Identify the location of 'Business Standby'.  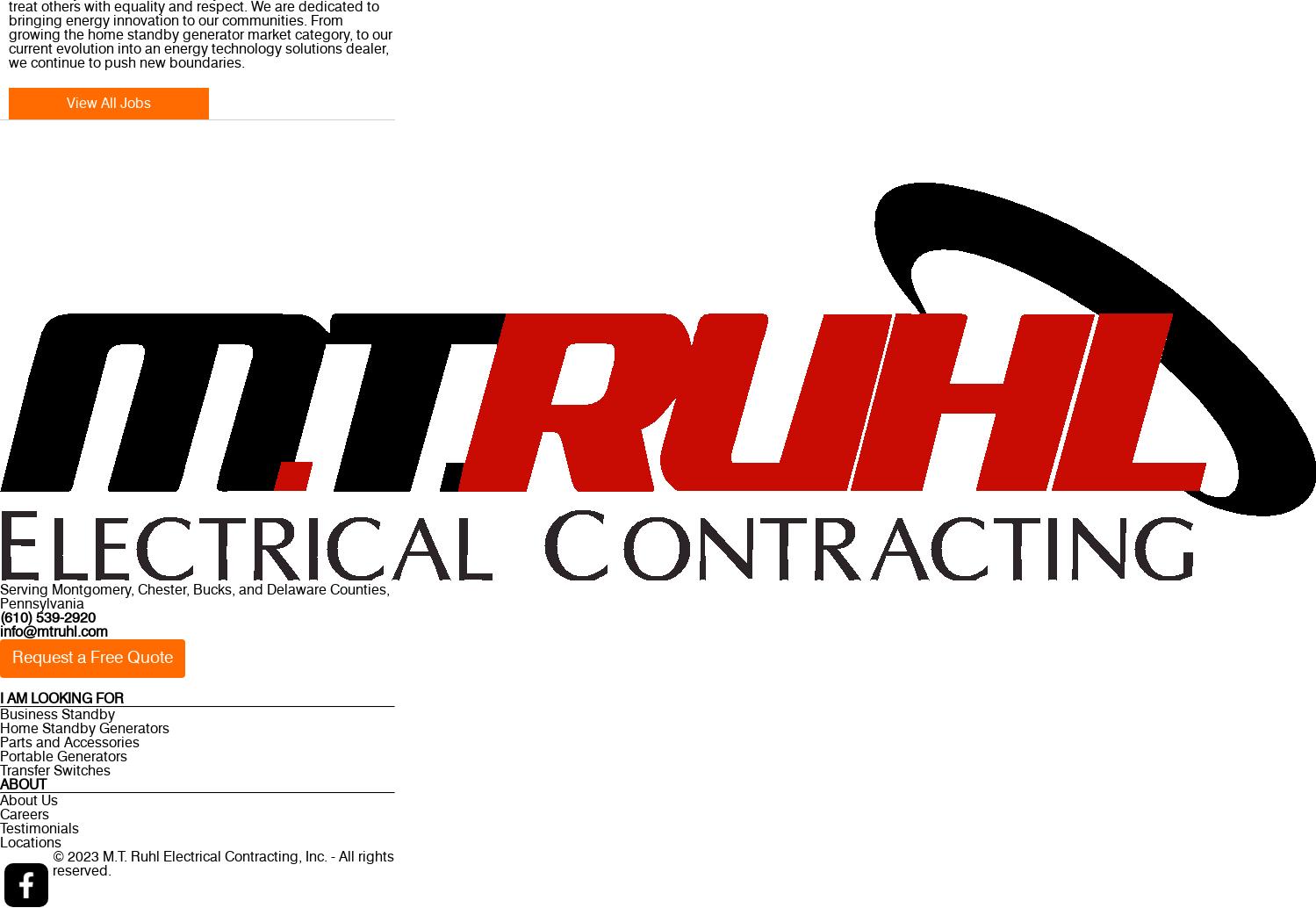
(56, 713).